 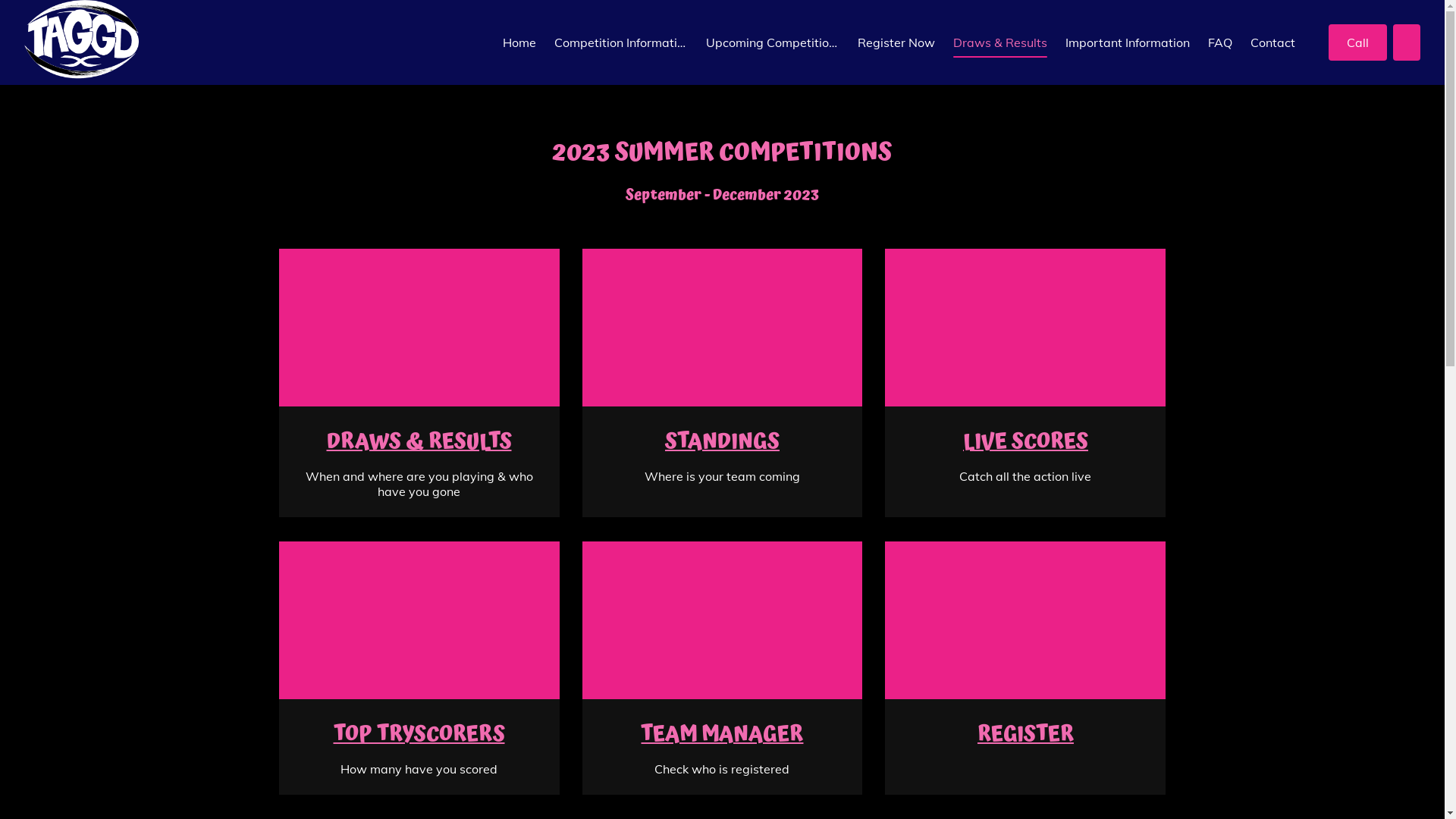 I want to click on 'Competition Information', so click(x=621, y=42).